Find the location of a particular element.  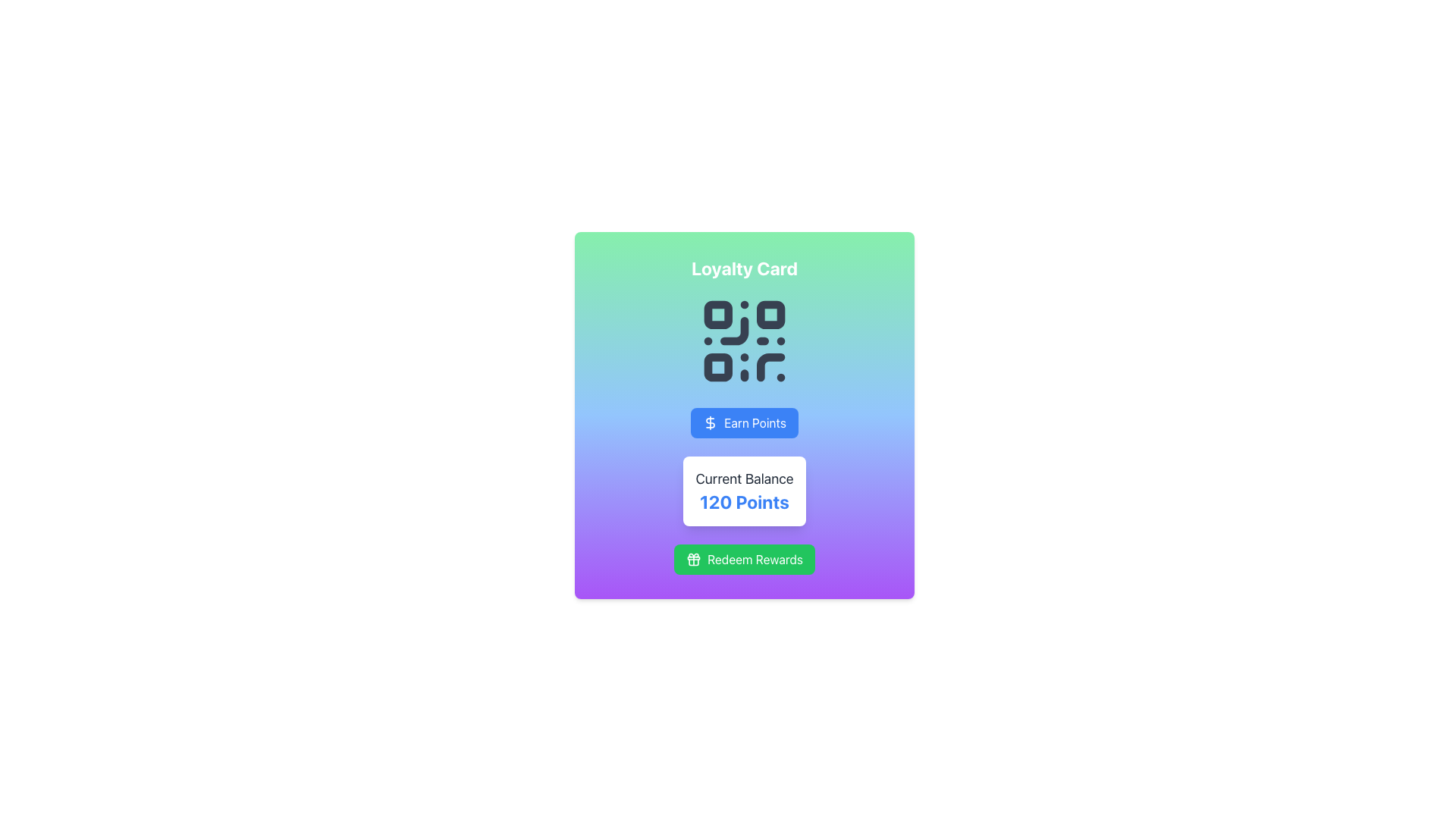

the blue button labeled 'Earn Points' with a dollar sign icon is located at coordinates (745, 423).